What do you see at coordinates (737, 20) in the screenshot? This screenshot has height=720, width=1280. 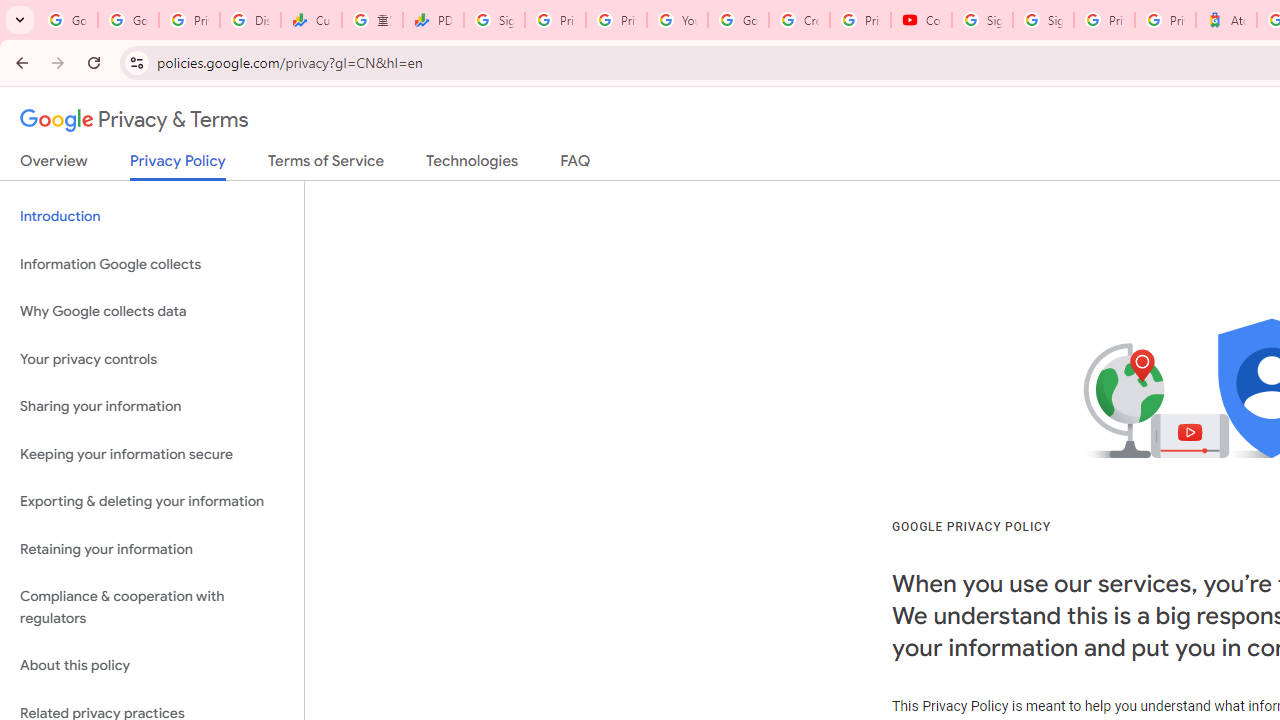 I see `'Google Account Help'` at bounding box center [737, 20].